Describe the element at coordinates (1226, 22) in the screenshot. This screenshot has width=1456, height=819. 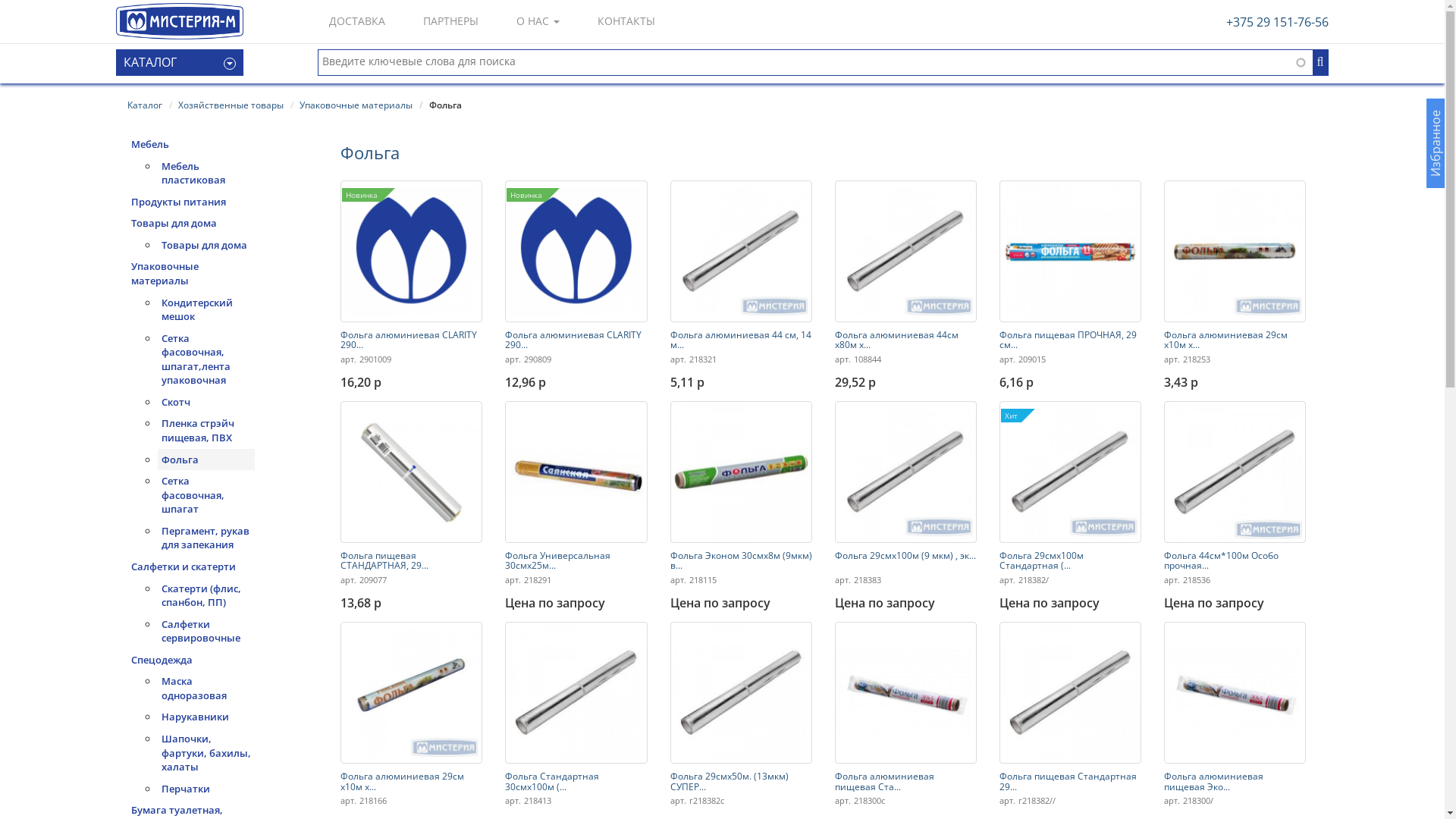
I see `'+375 29 151-76-56'` at that location.